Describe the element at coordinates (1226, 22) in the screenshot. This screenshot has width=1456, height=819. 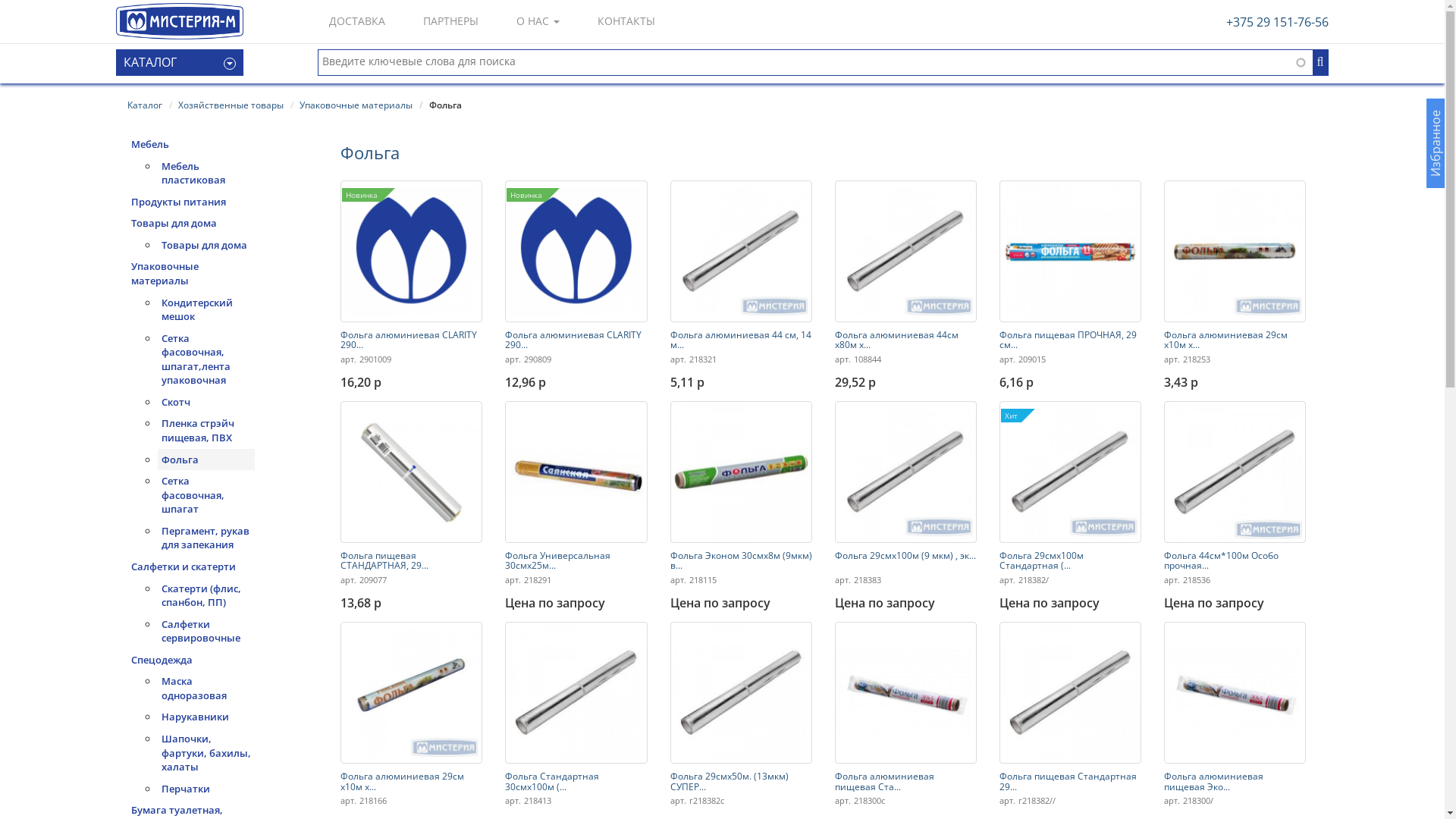
I see `'+375 29 151-76-56'` at that location.